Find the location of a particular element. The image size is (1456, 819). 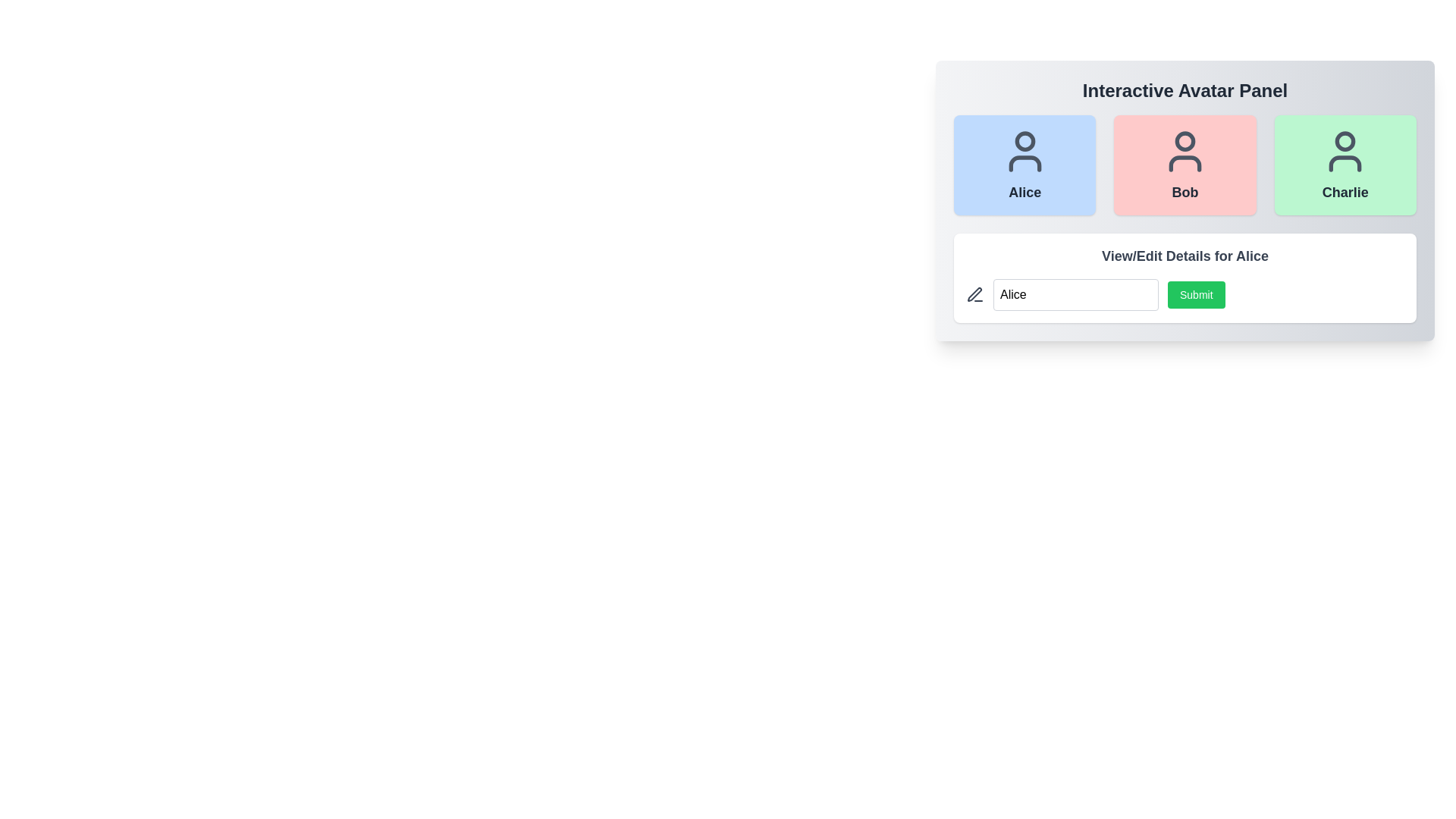

the user profile card representing 'Bob', which is the middle card in the grid layout of the 'Interactive Avatar Panel' is located at coordinates (1185, 165).